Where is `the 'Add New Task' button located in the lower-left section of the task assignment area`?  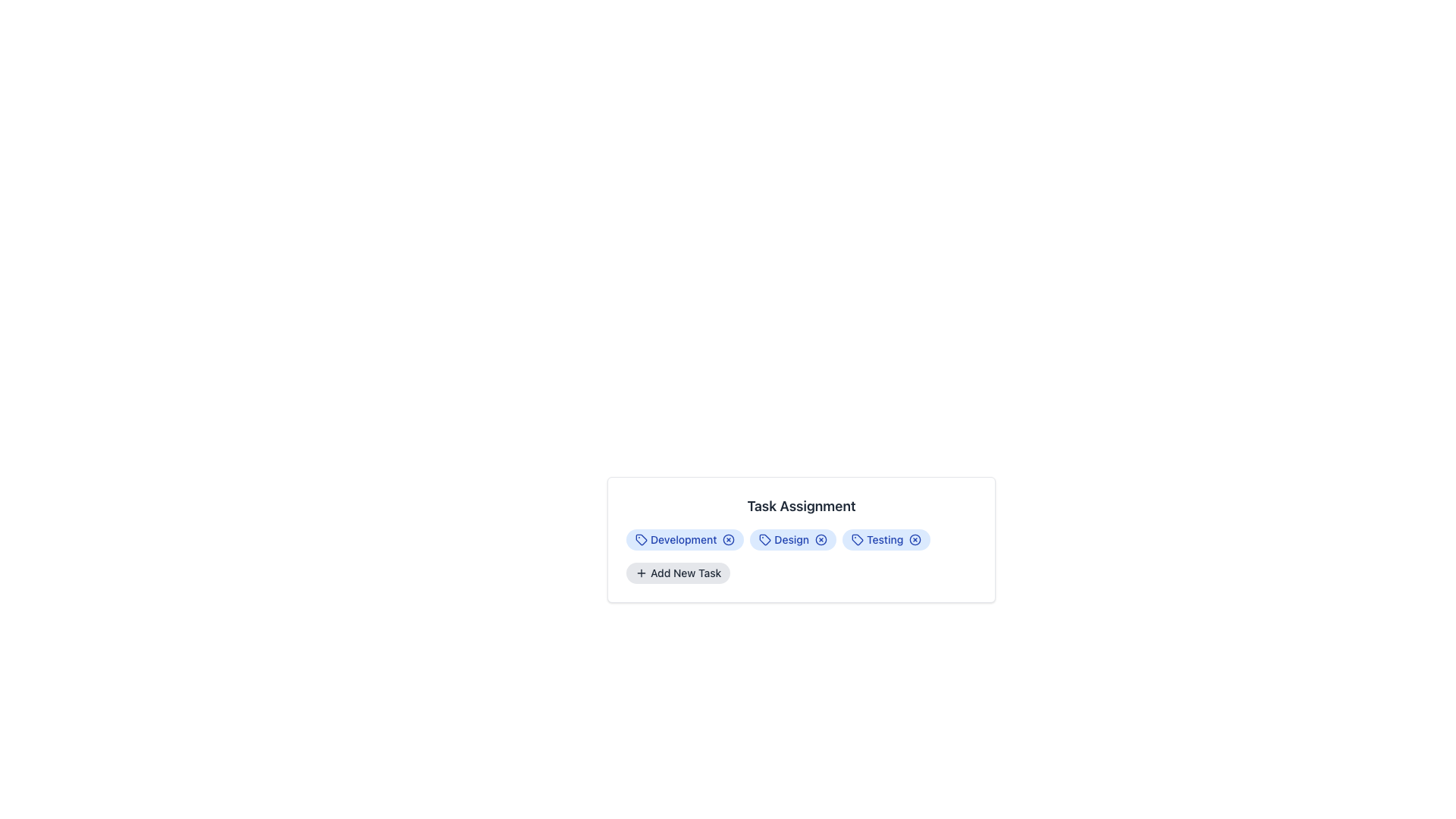
the 'Add New Task' button located in the lower-left section of the task assignment area is located at coordinates (677, 573).